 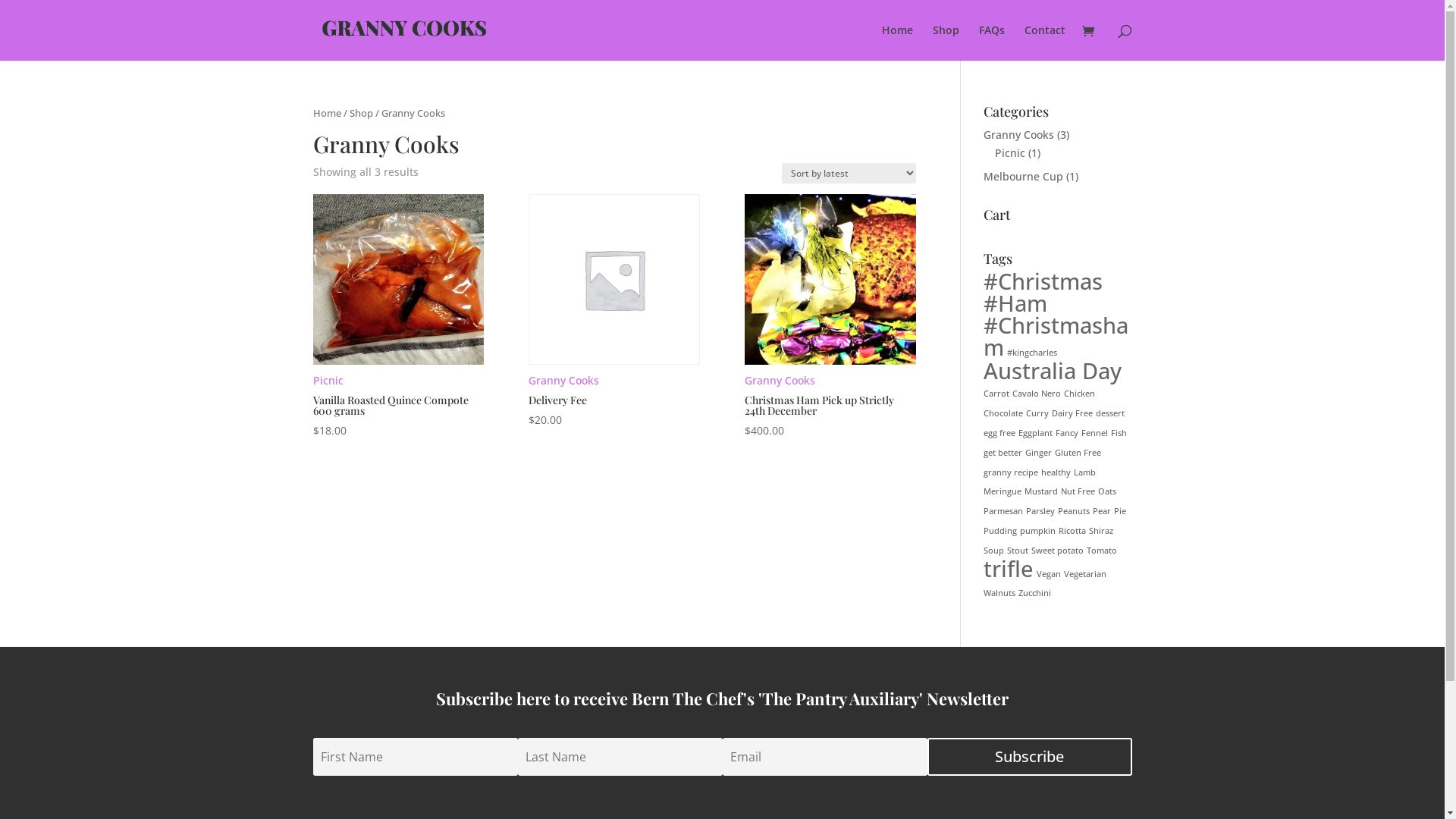 I want to click on 'Fish', so click(x=1119, y=432).